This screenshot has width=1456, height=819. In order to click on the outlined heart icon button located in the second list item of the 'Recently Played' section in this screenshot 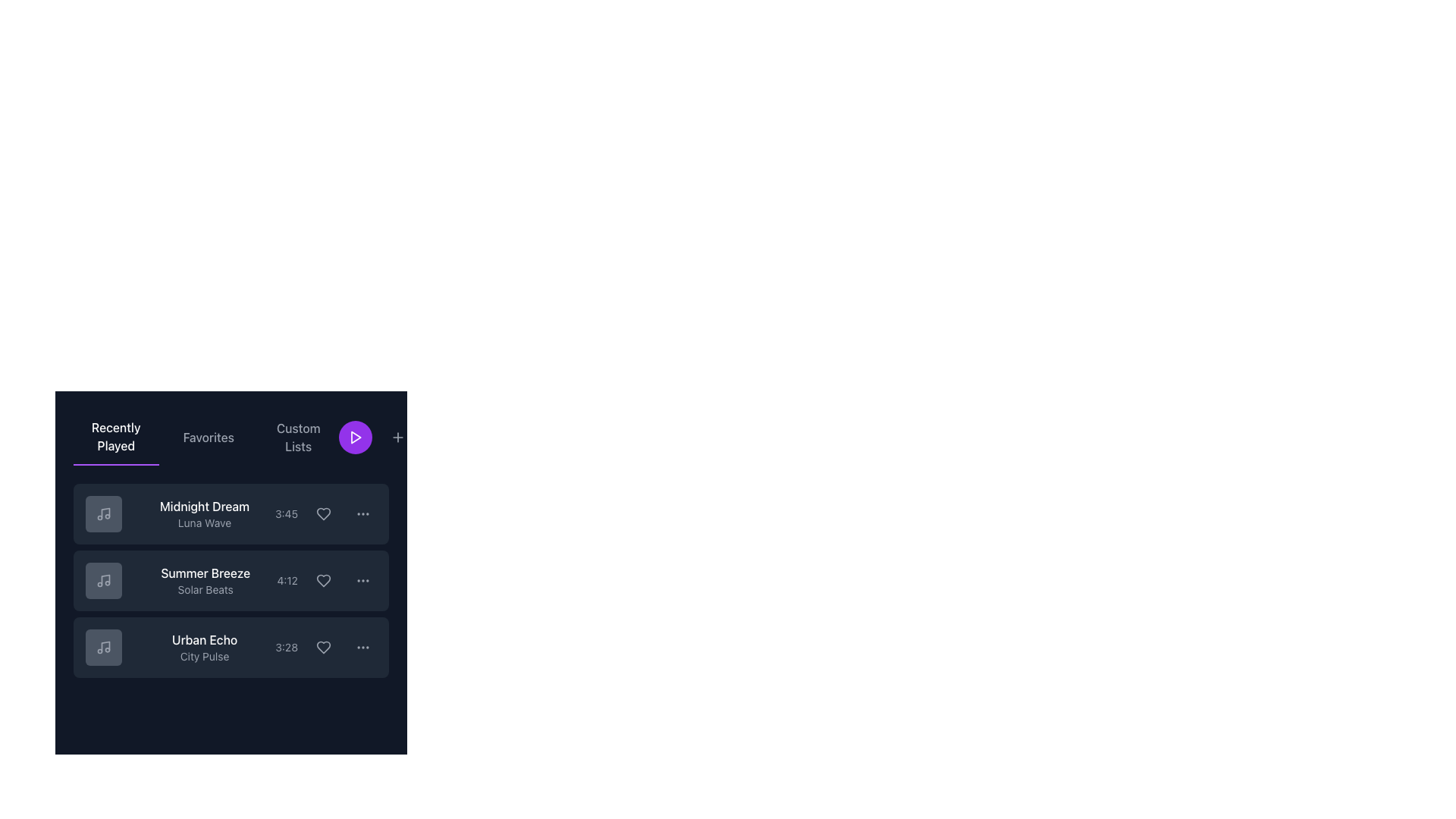, I will do `click(325, 513)`.